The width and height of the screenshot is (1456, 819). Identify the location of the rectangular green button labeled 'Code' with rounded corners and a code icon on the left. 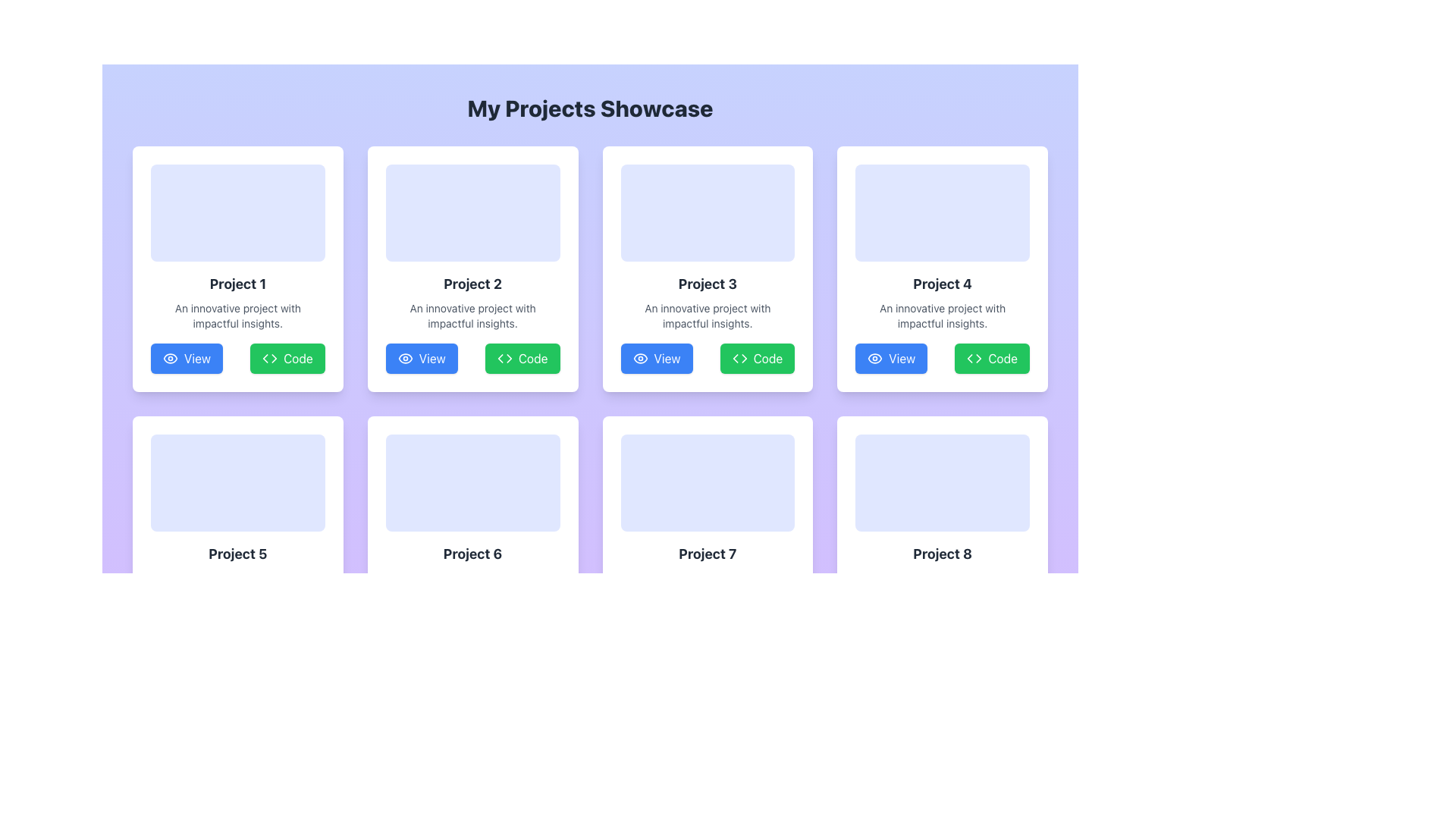
(522, 359).